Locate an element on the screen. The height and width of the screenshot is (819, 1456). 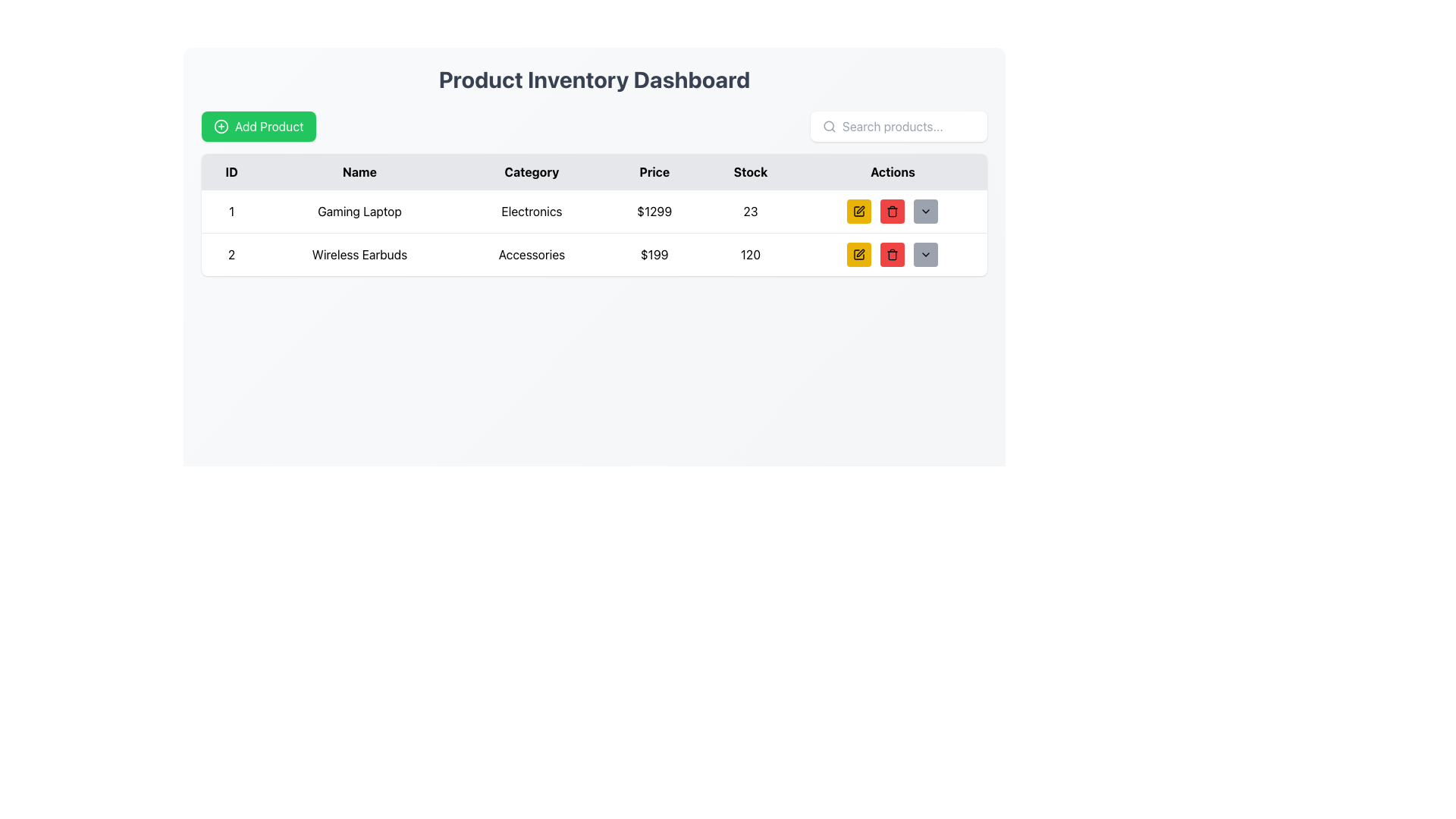
the toggle actions button, which is the fourth interactive element in the 'Actions' column of the second table row, located to the right of the yellow edit button and red delete button is located at coordinates (924, 253).